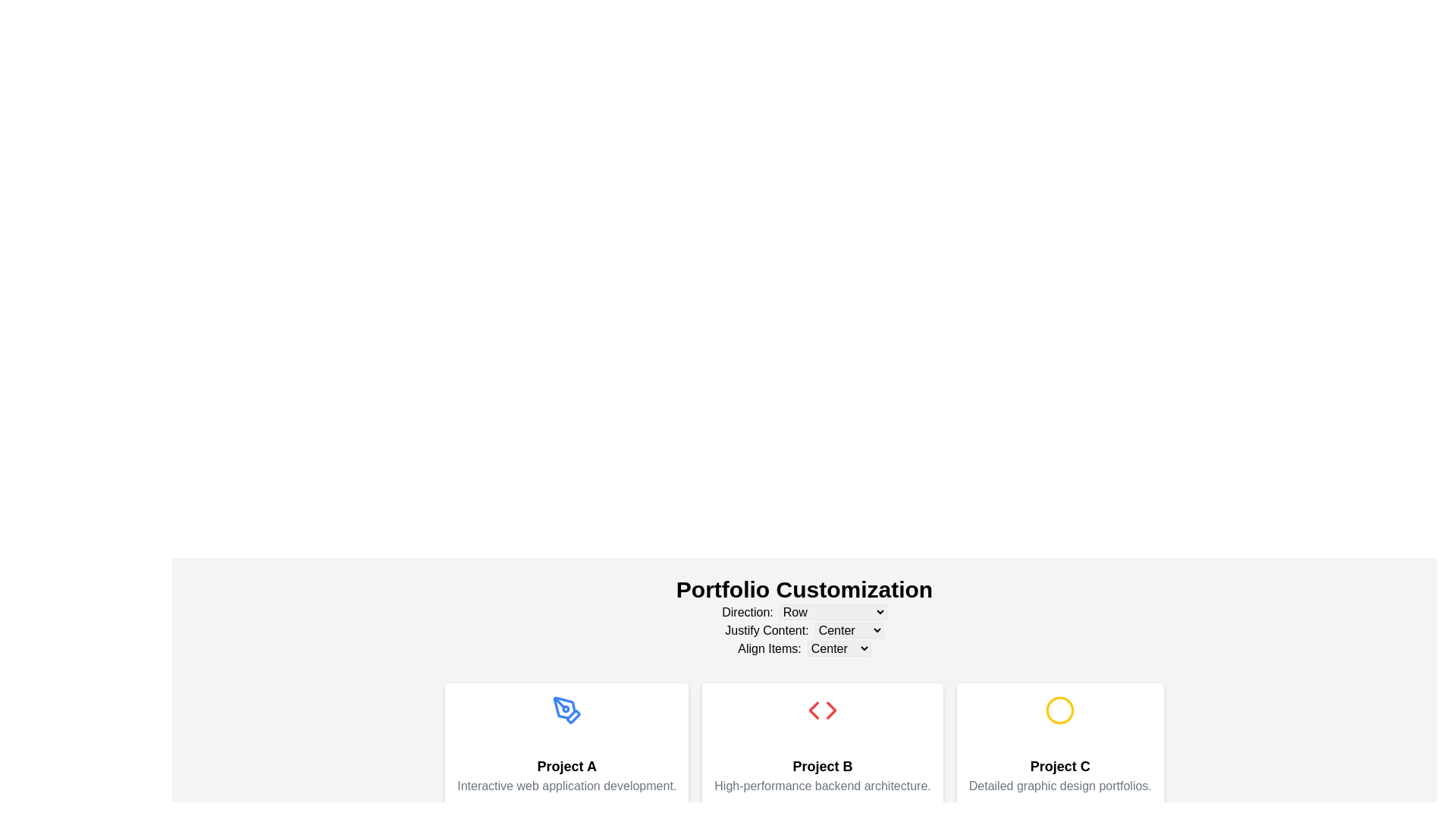 The height and width of the screenshot is (819, 1456). Describe the element at coordinates (769, 648) in the screenshot. I see `the text label that reads 'Align Items:', which is styled in a sans-serif font and located under the 'Portfolio Customization' section, aligned with other dropdown labels` at that location.